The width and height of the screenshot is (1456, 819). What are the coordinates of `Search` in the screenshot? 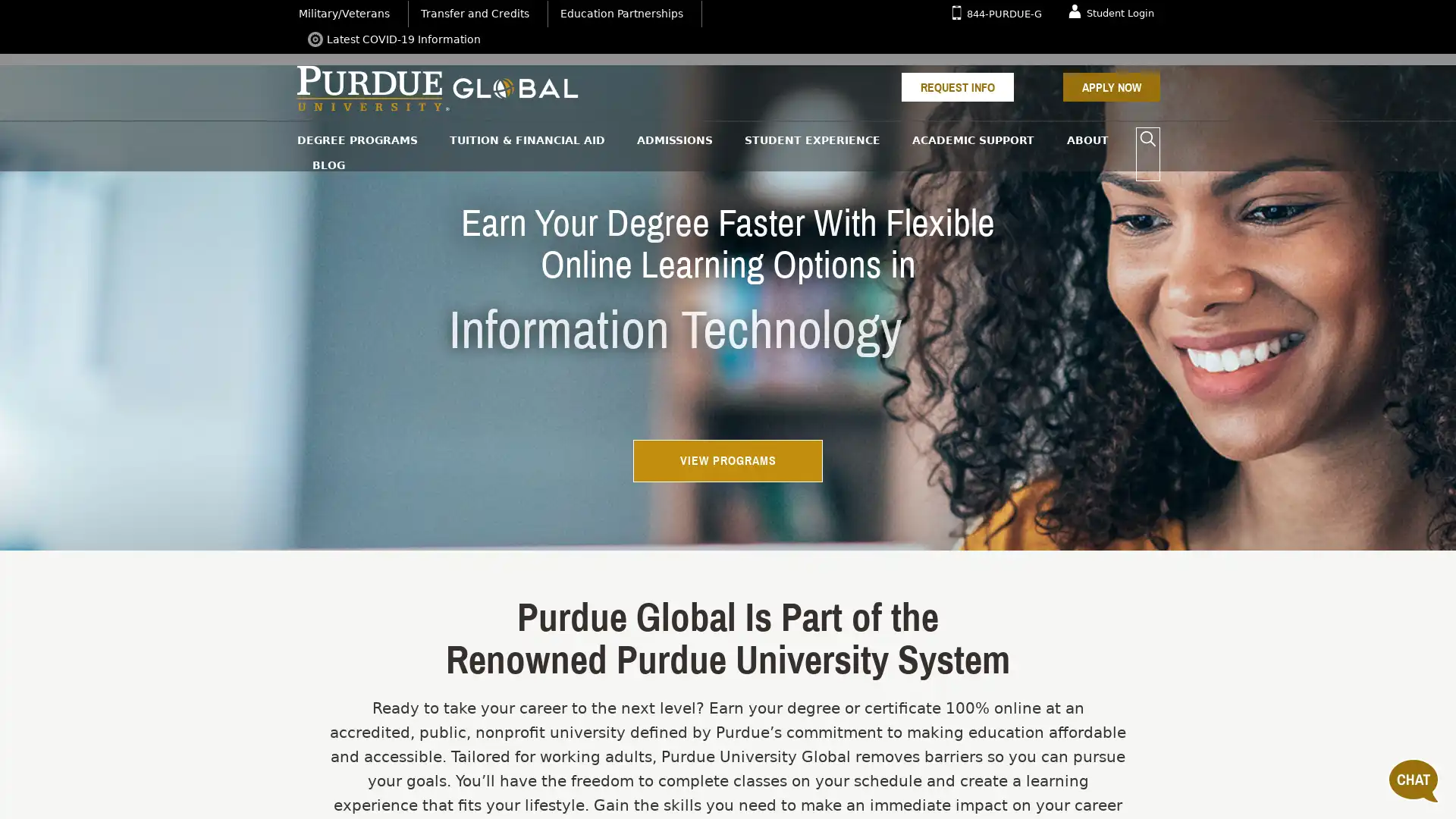 It's located at (1147, 140).